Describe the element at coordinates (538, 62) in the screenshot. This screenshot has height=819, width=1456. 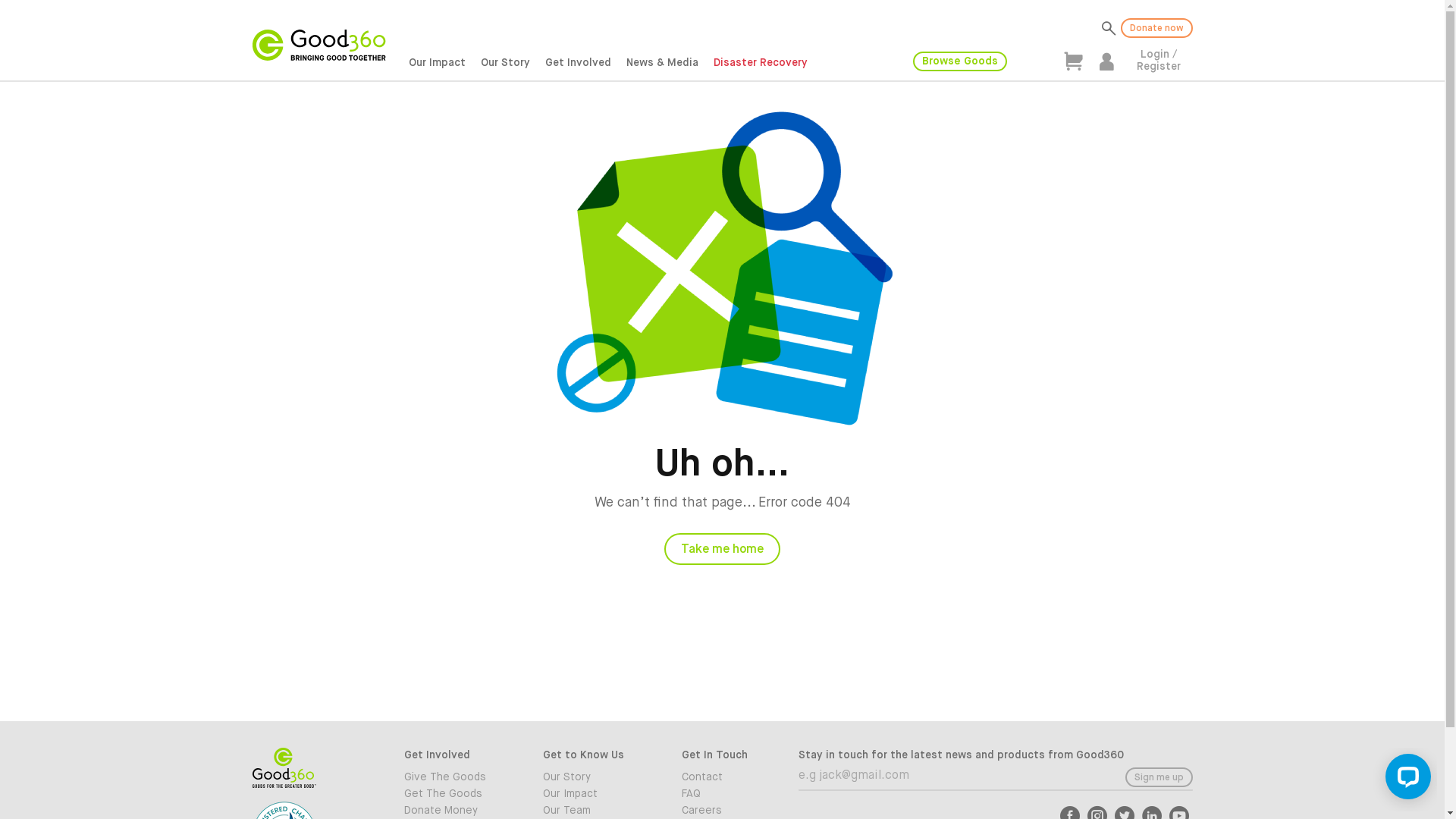
I see `'Get Involved'` at that location.